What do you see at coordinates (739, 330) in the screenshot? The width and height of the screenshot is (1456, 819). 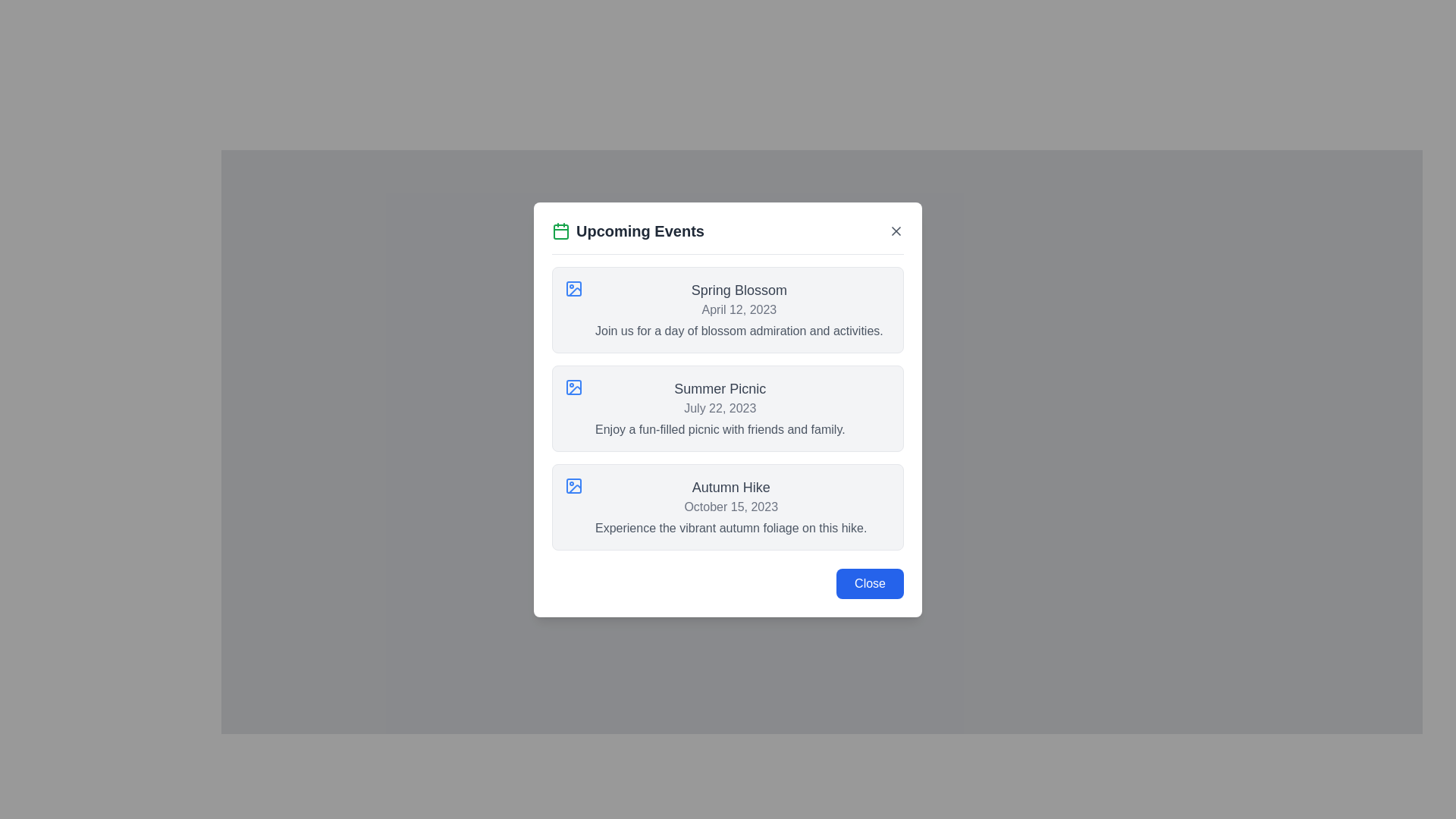 I see `text content of the description line 'Join us for a day of blossom admiration and activities.' located under the event title and date in the first event card titled 'Spring Blossom'` at bounding box center [739, 330].